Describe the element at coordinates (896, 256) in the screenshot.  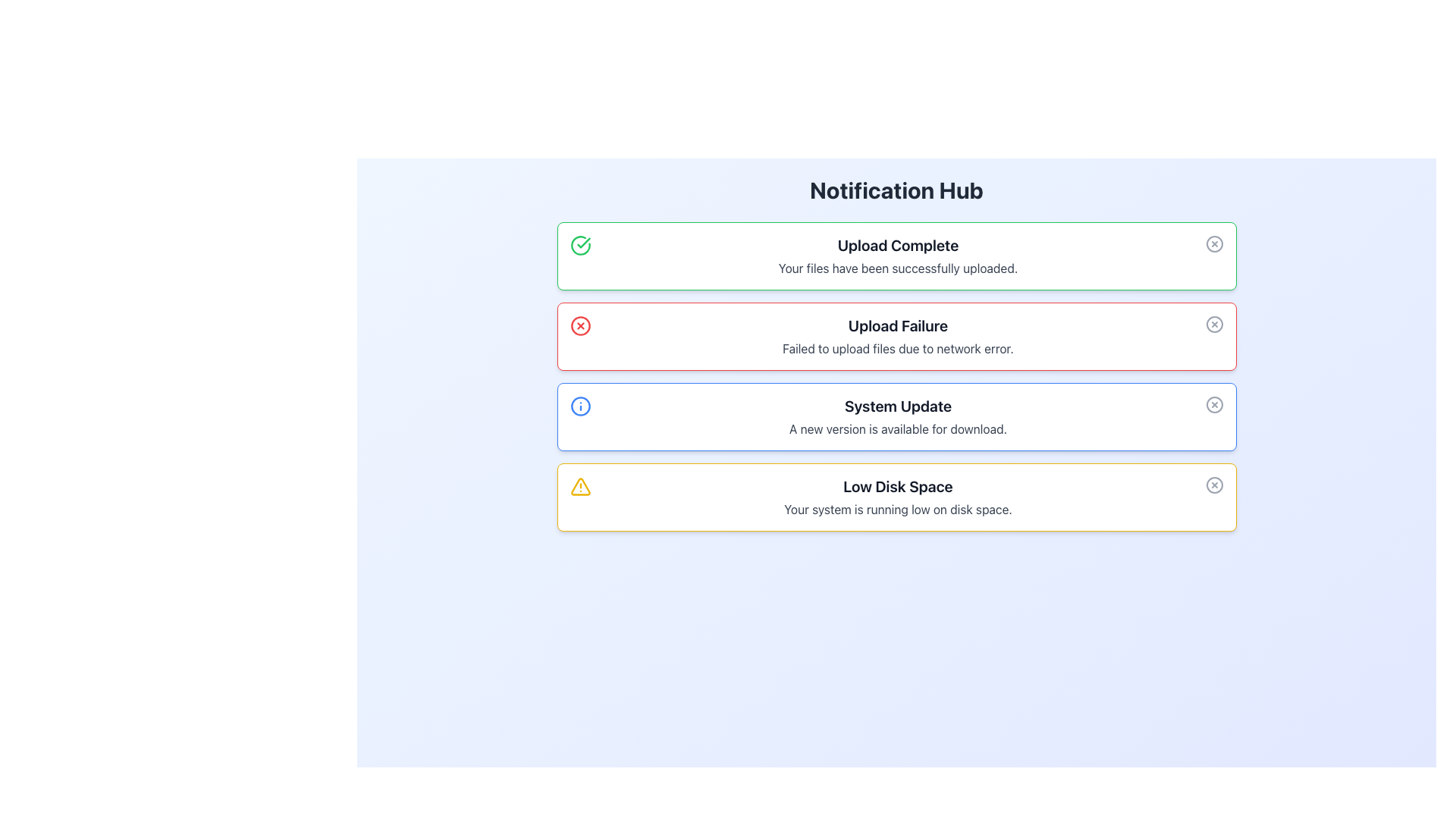
I see `message from the Notification Card located at the top of the notification list` at that location.